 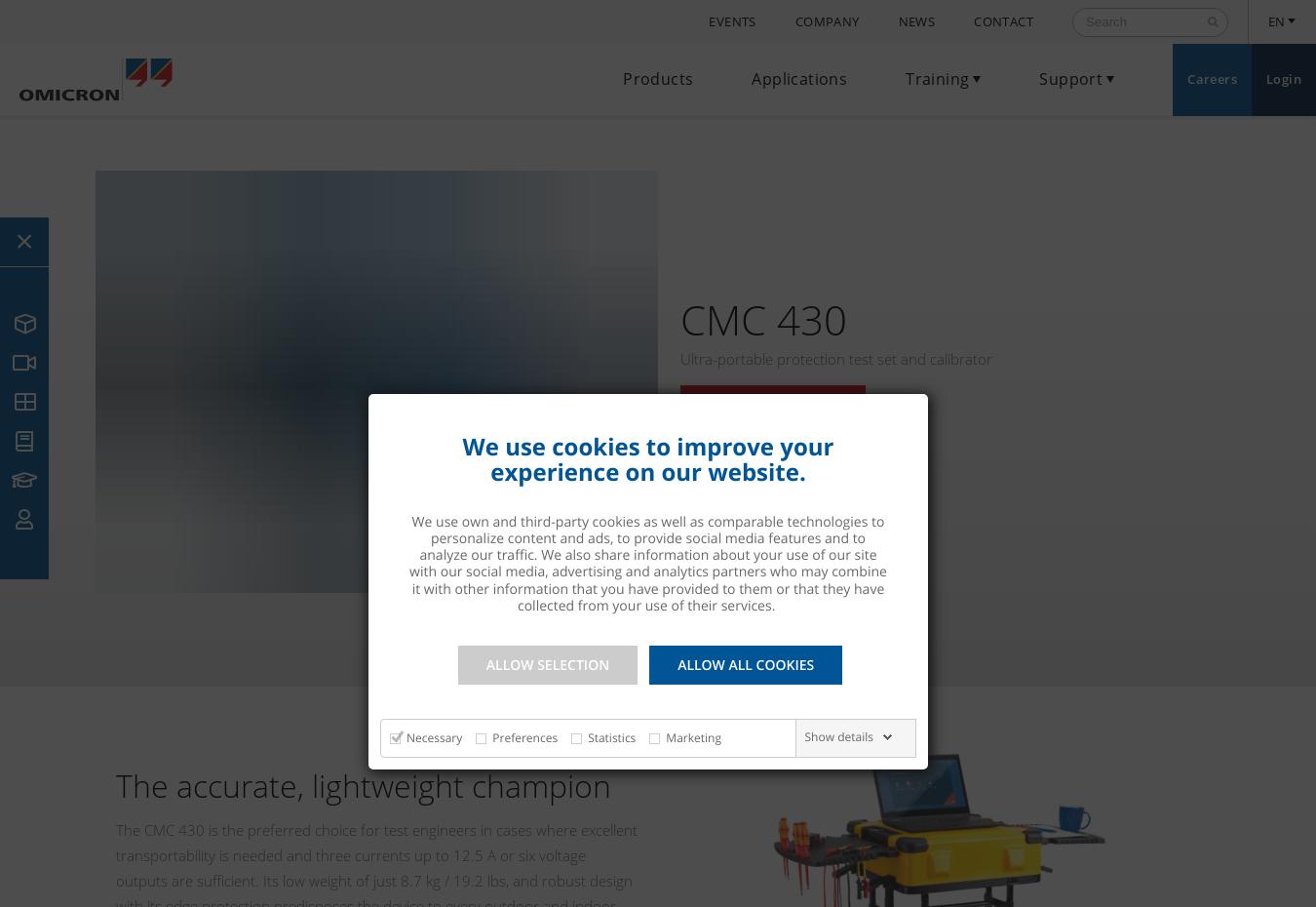 What do you see at coordinates (1070, 79) in the screenshot?
I see `'Support'` at bounding box center [1070, 79].